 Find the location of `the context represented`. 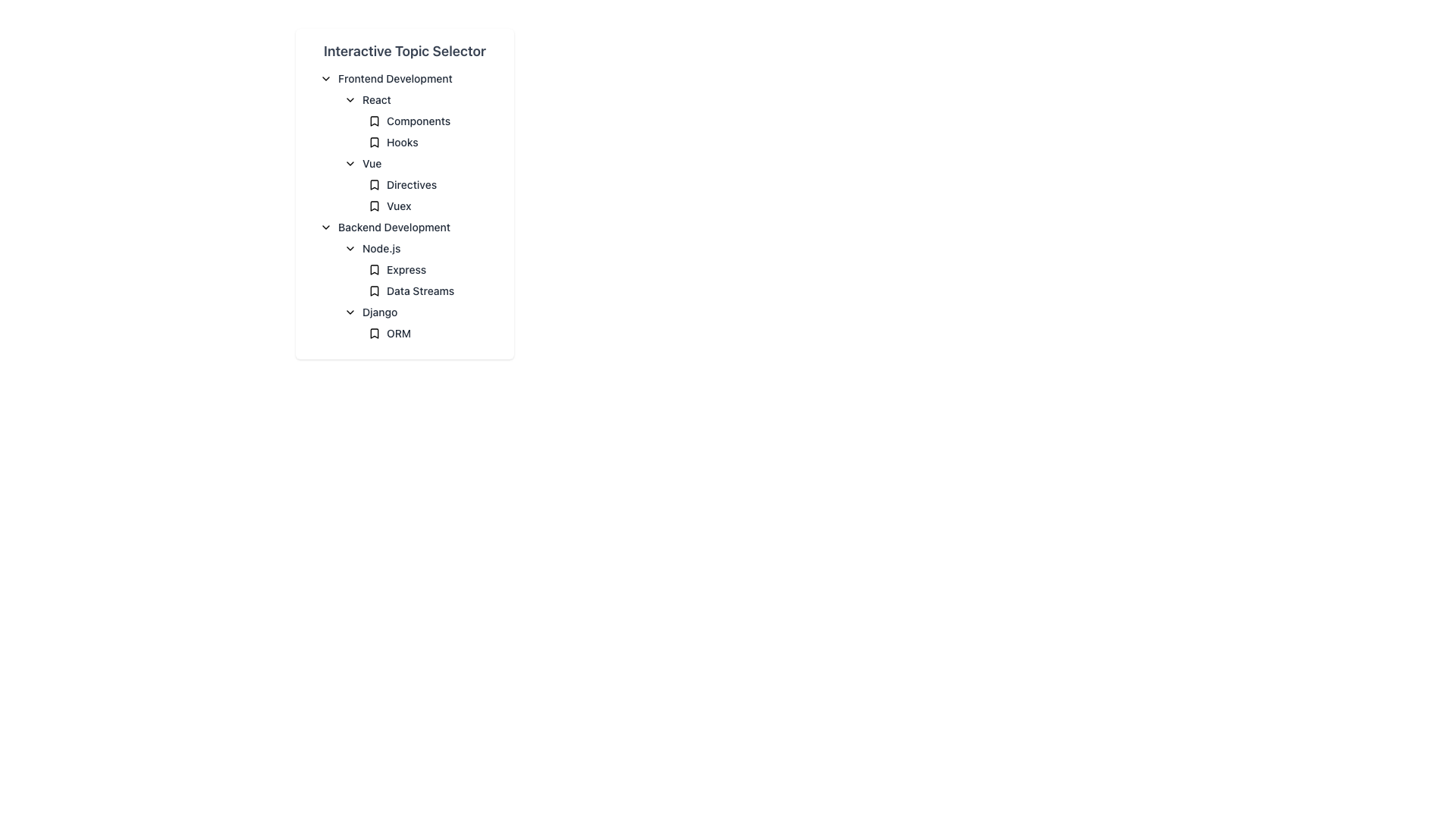

the context represented is located at coordinates (375, 120).